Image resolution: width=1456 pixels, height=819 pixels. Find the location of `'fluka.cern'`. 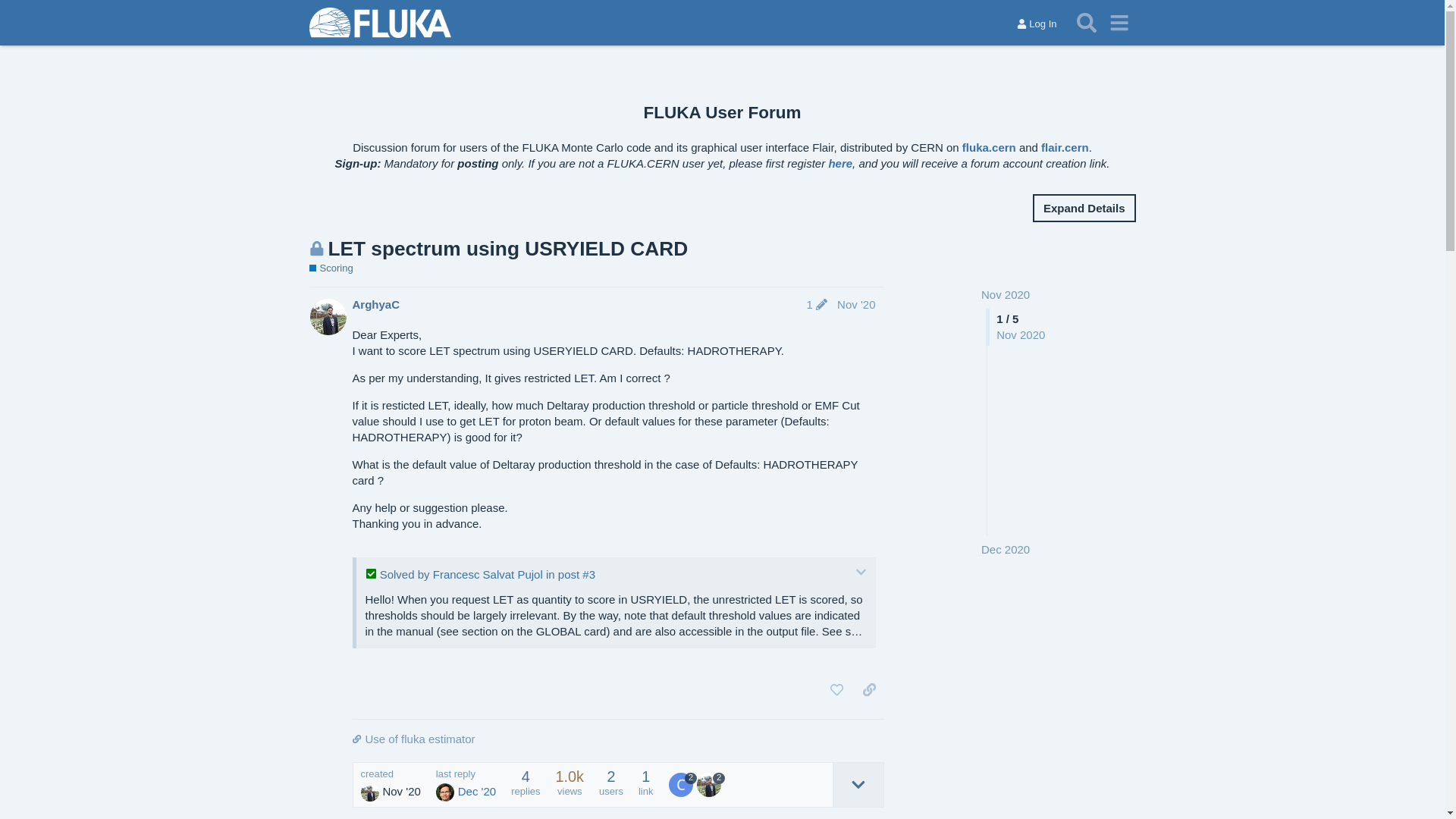

'fluka.cern' is located at coordinates (989, 147).